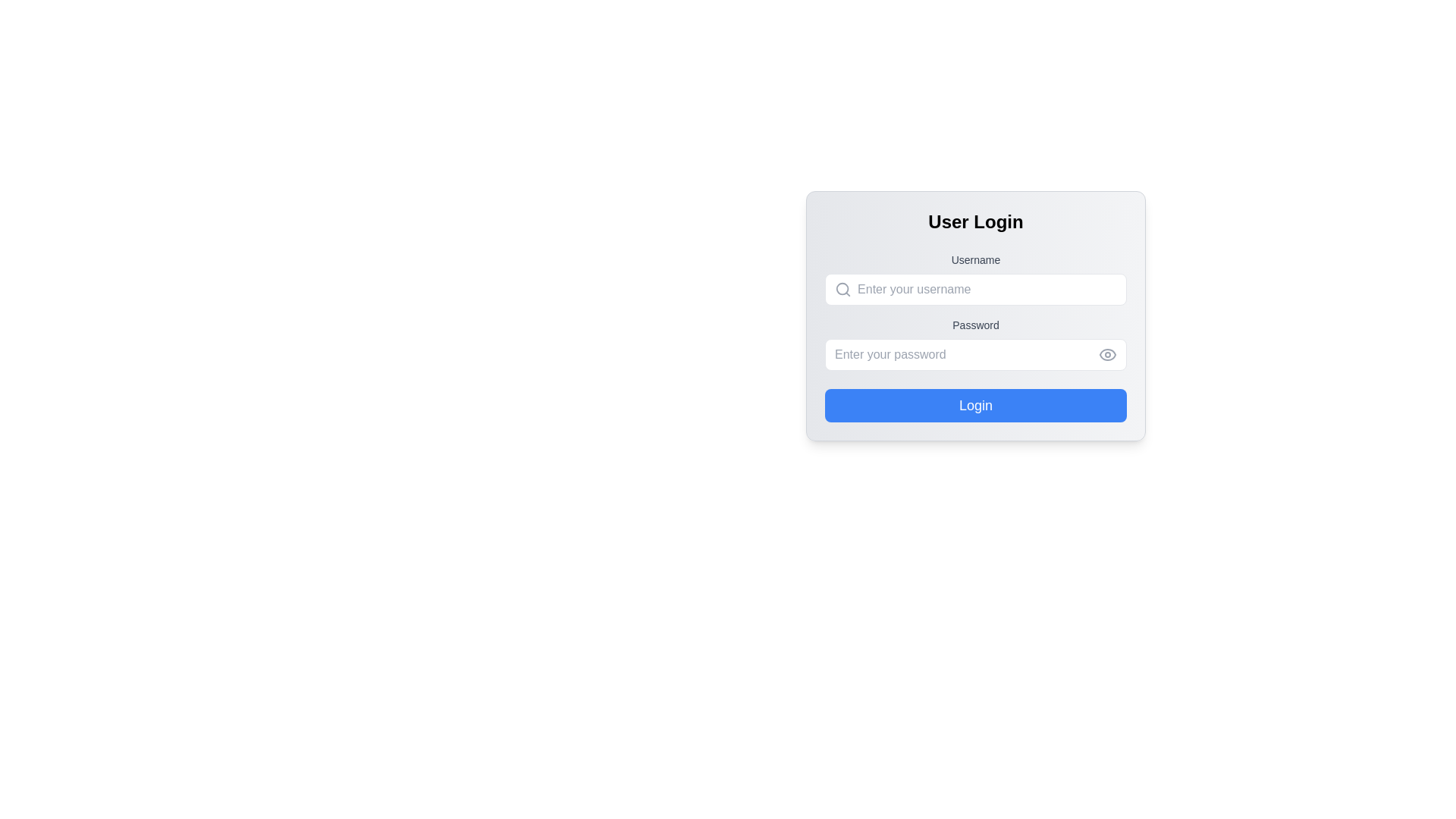 Image resolution: width=1456 pixels, height=819 pixels. I want to click on the Password input field located centrally beneath the Username input for focusing on it, so click(966, 354).